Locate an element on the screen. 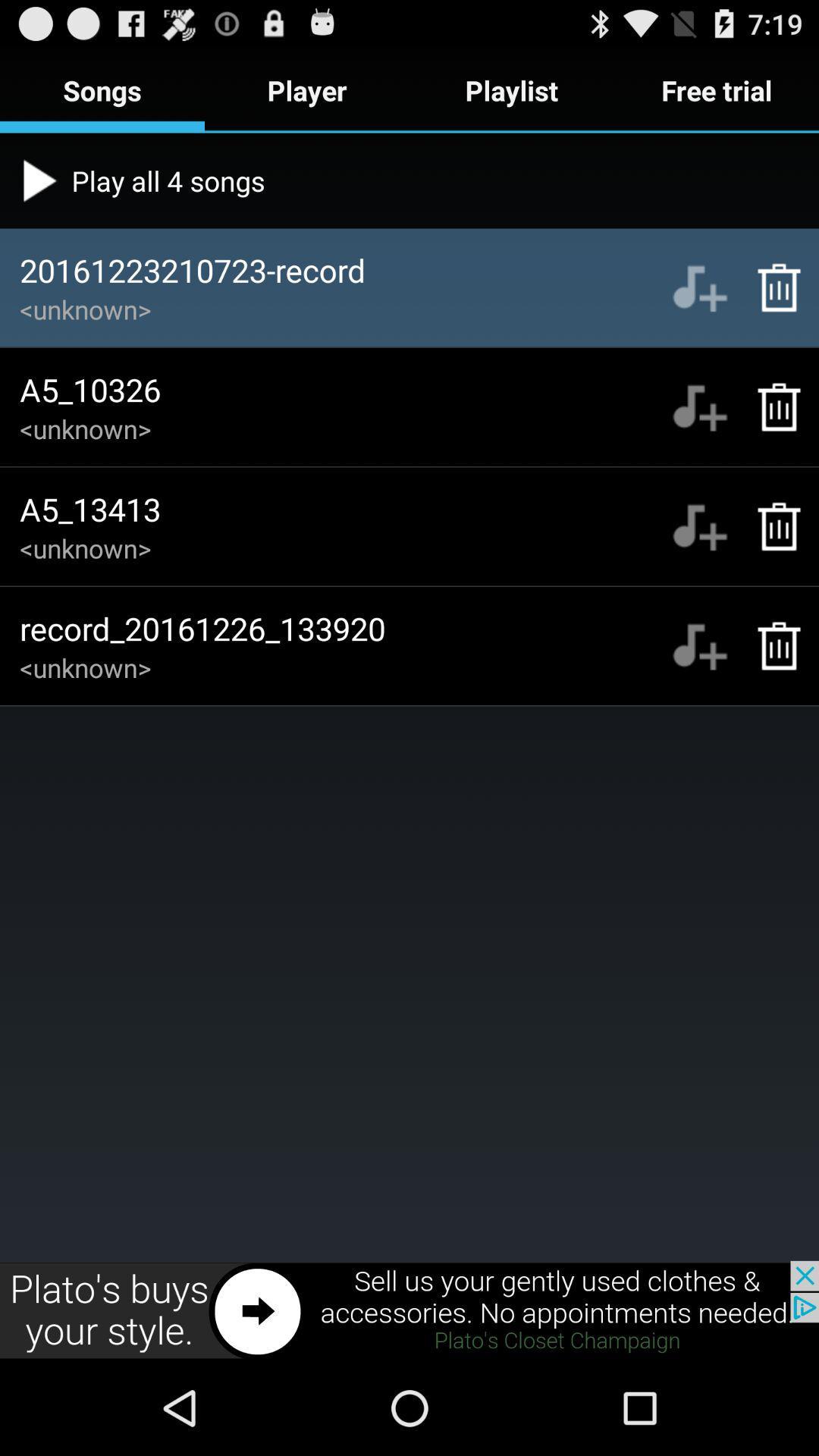  a5_10326 trash icon is located at coordinates (771, 407).